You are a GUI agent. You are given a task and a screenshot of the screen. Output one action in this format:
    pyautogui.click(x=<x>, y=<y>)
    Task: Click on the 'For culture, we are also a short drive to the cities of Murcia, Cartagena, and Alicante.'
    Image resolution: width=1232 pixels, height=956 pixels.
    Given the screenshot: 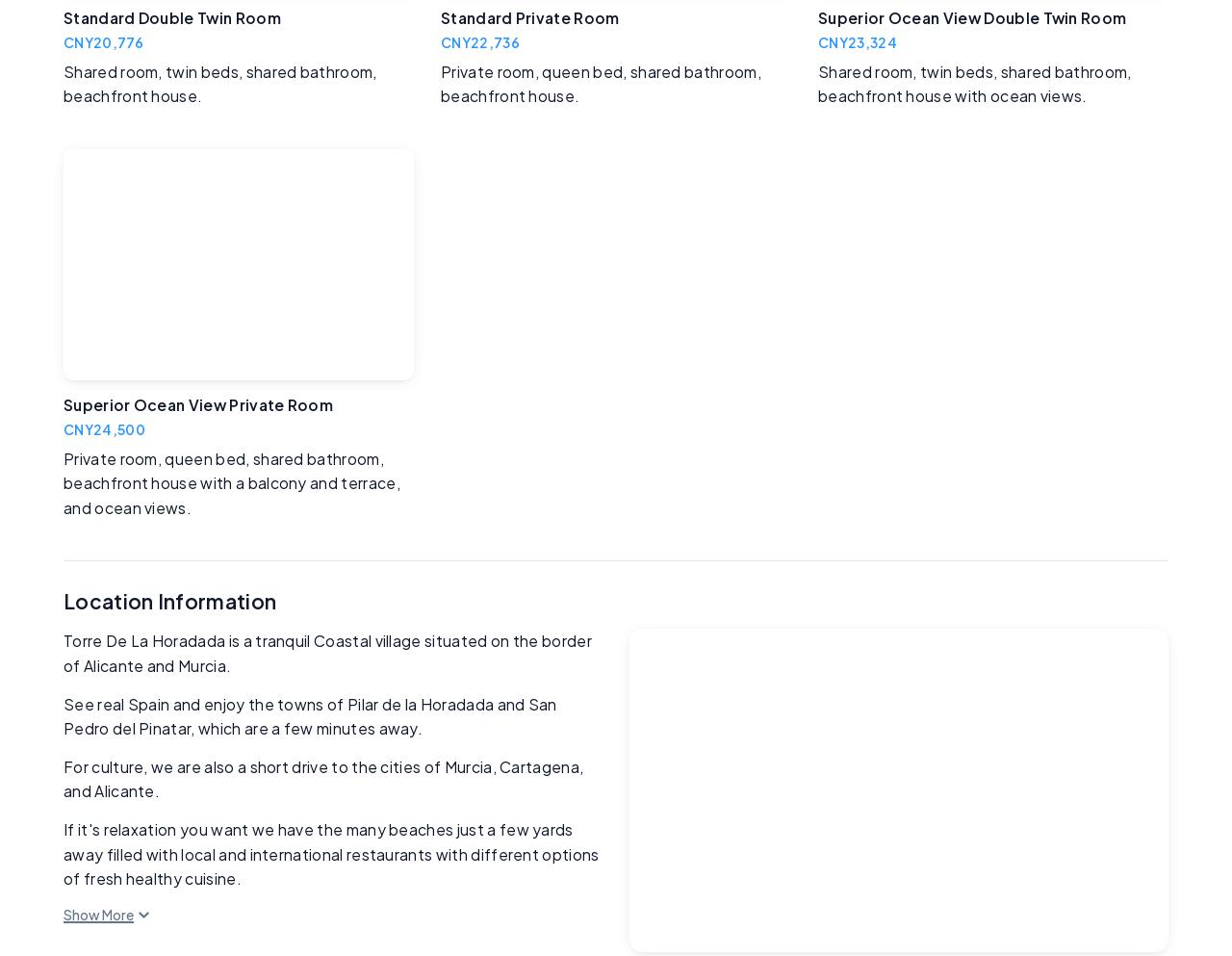 What is the action you would take?
    pyautogui.click(x=323, y=778)
    